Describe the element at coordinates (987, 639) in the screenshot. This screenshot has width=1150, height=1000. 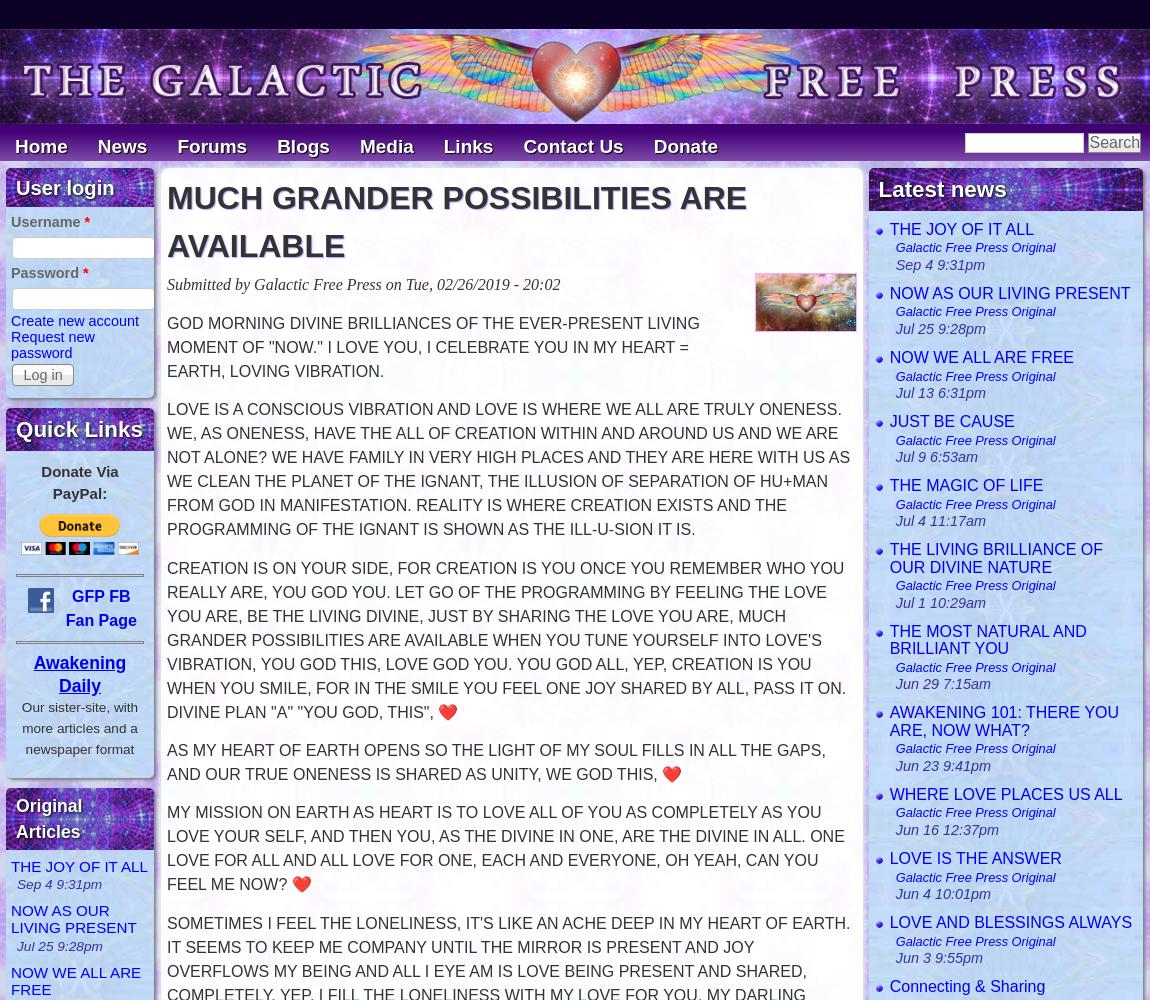
I see `'THE MOST NATURAL AND BRILLIANT YOU'` at that location.